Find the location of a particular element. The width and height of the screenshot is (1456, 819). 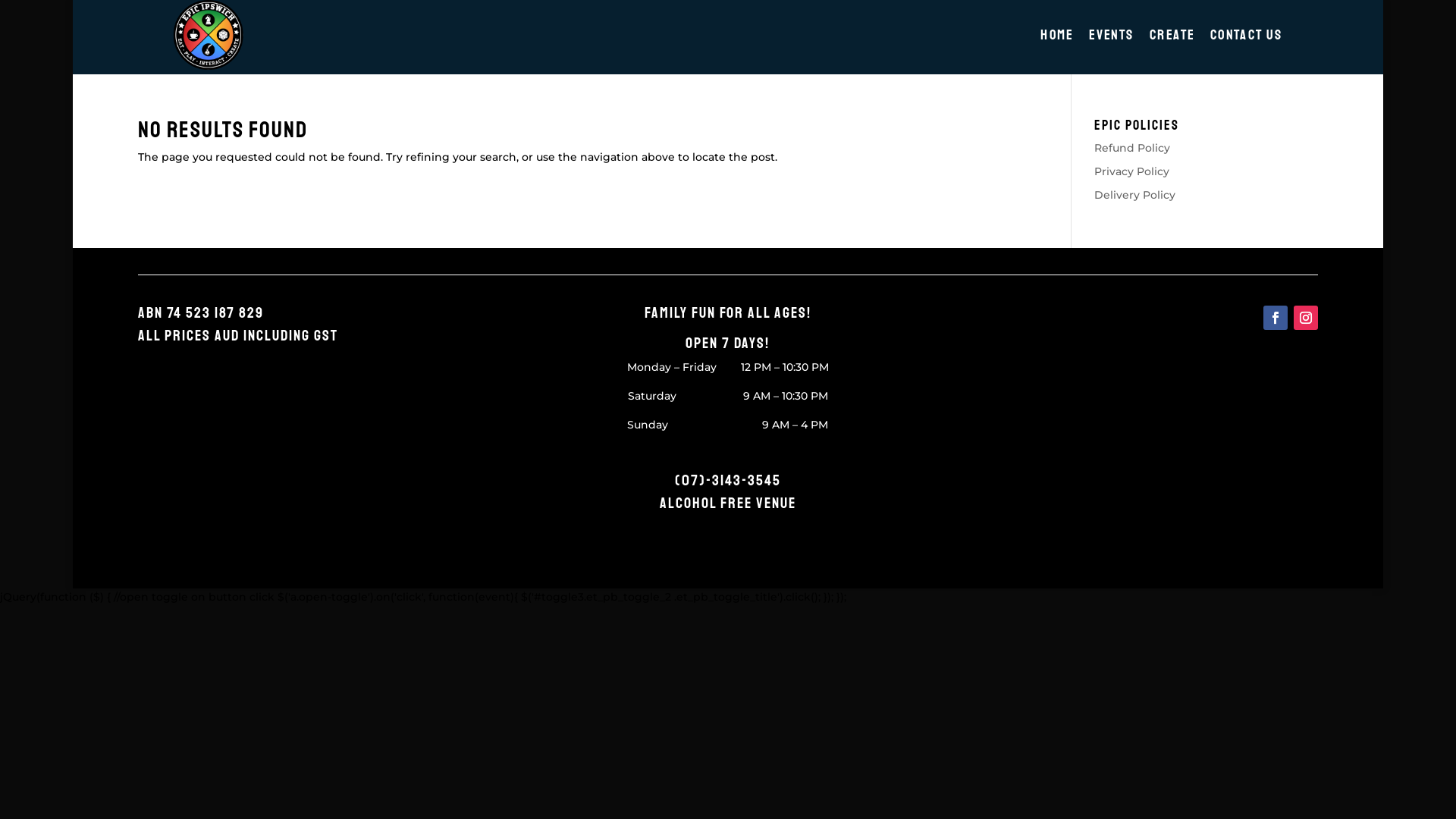

'Privacy Policy' is located at coordinates (1131, 171).